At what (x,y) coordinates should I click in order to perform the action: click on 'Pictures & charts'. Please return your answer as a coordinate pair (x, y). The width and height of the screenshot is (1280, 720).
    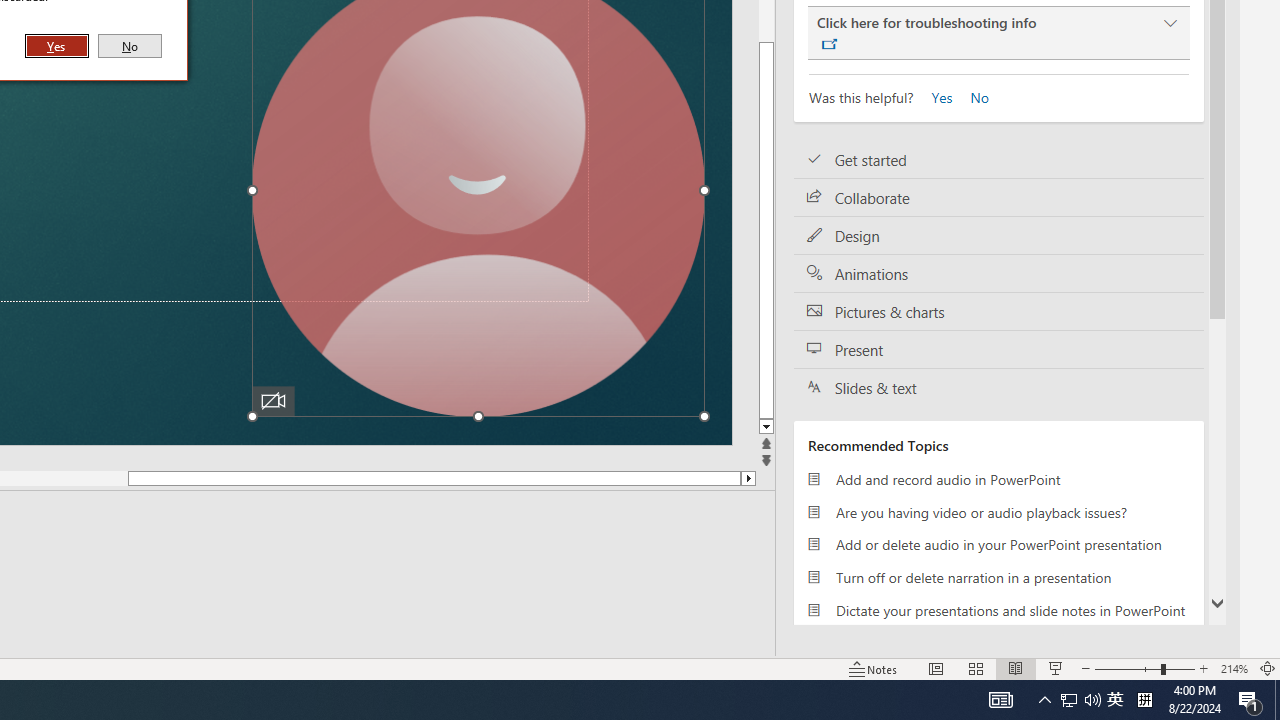
    Looking at the image, I should click on (999, 312).